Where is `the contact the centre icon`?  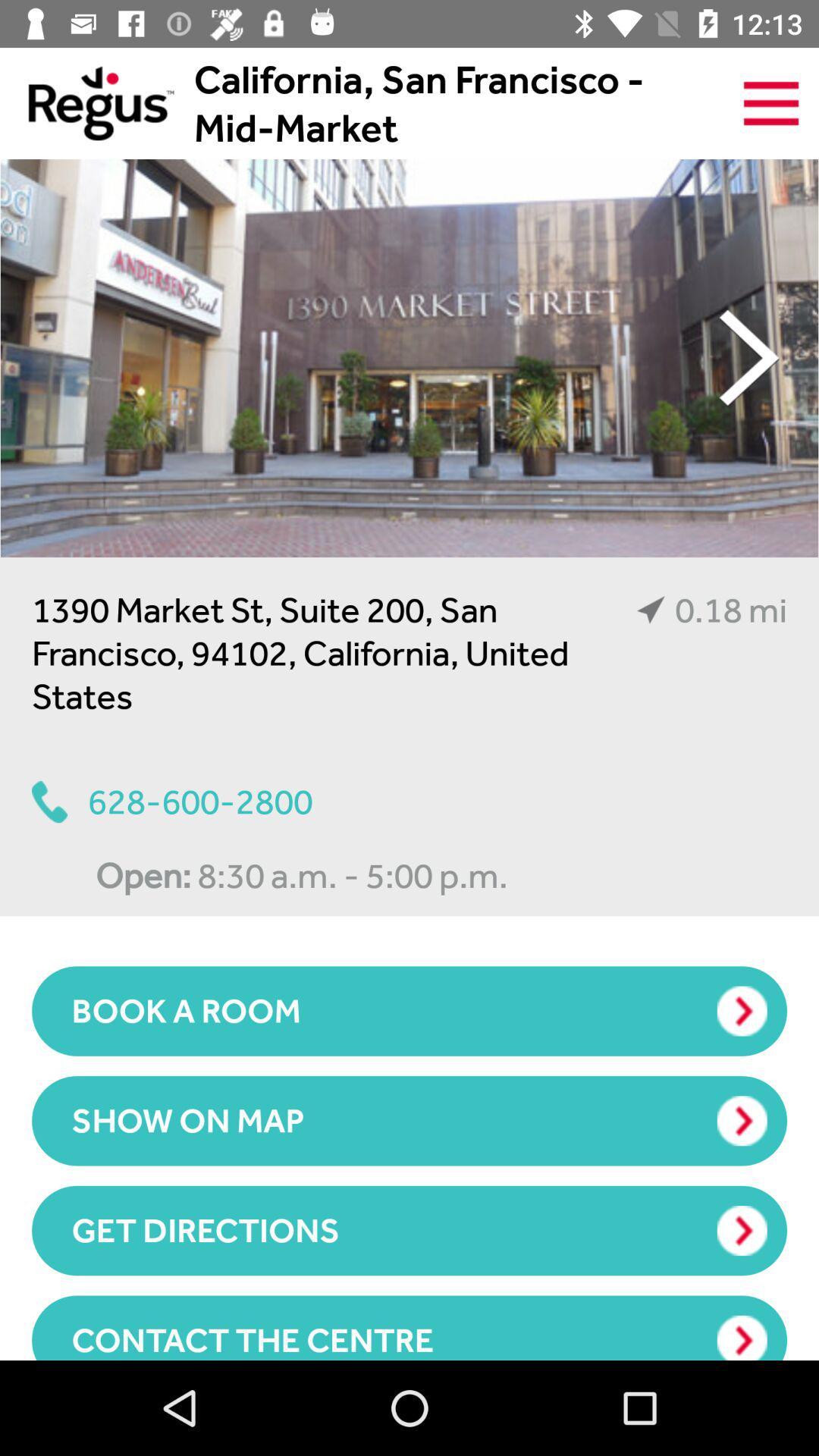 the contact the centre icon is located at coordinates (409, 1327).